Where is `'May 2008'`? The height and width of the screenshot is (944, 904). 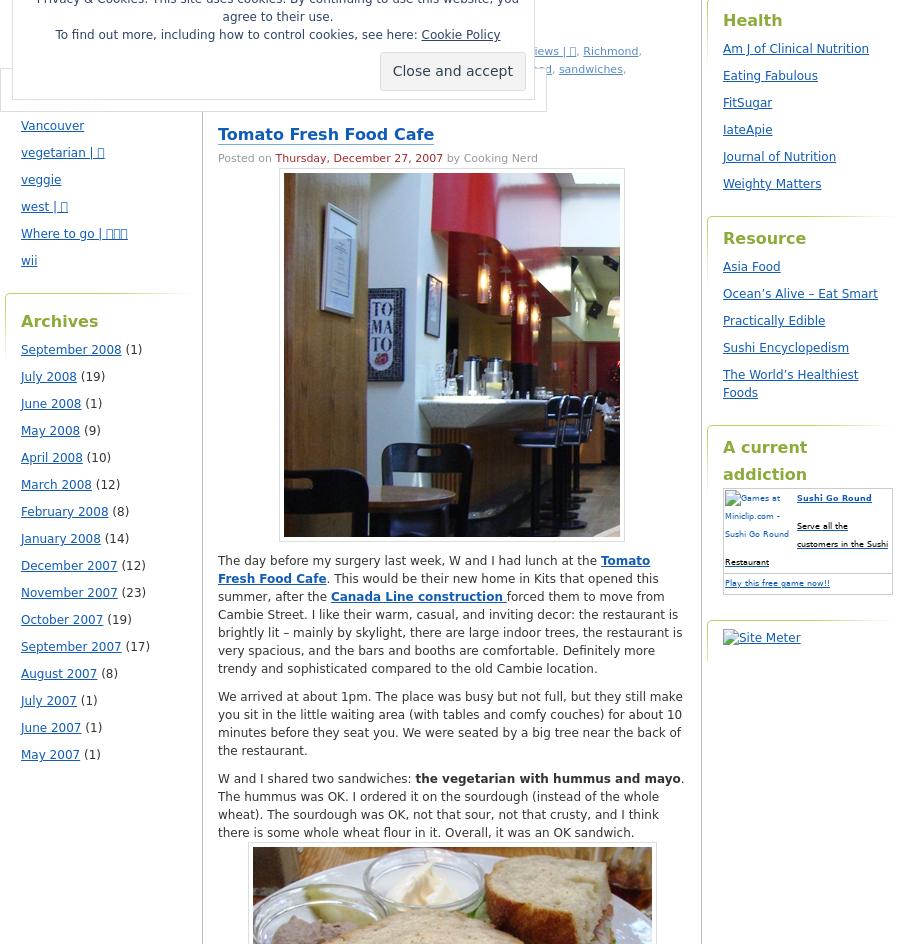 'May 2008' is located at coordinates (49, 430).